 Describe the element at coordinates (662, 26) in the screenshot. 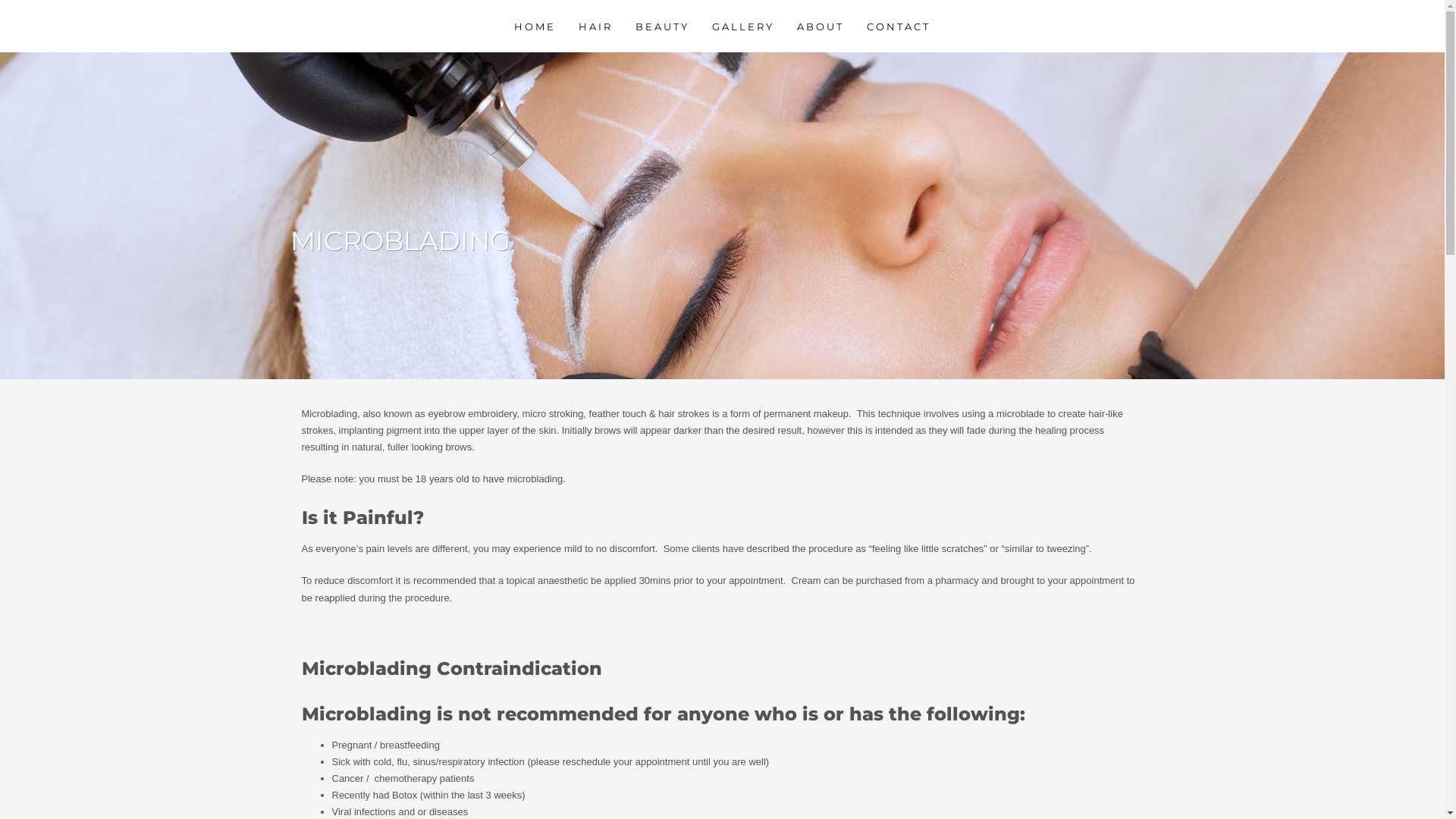

I see `'BEAUTY'` at that location.